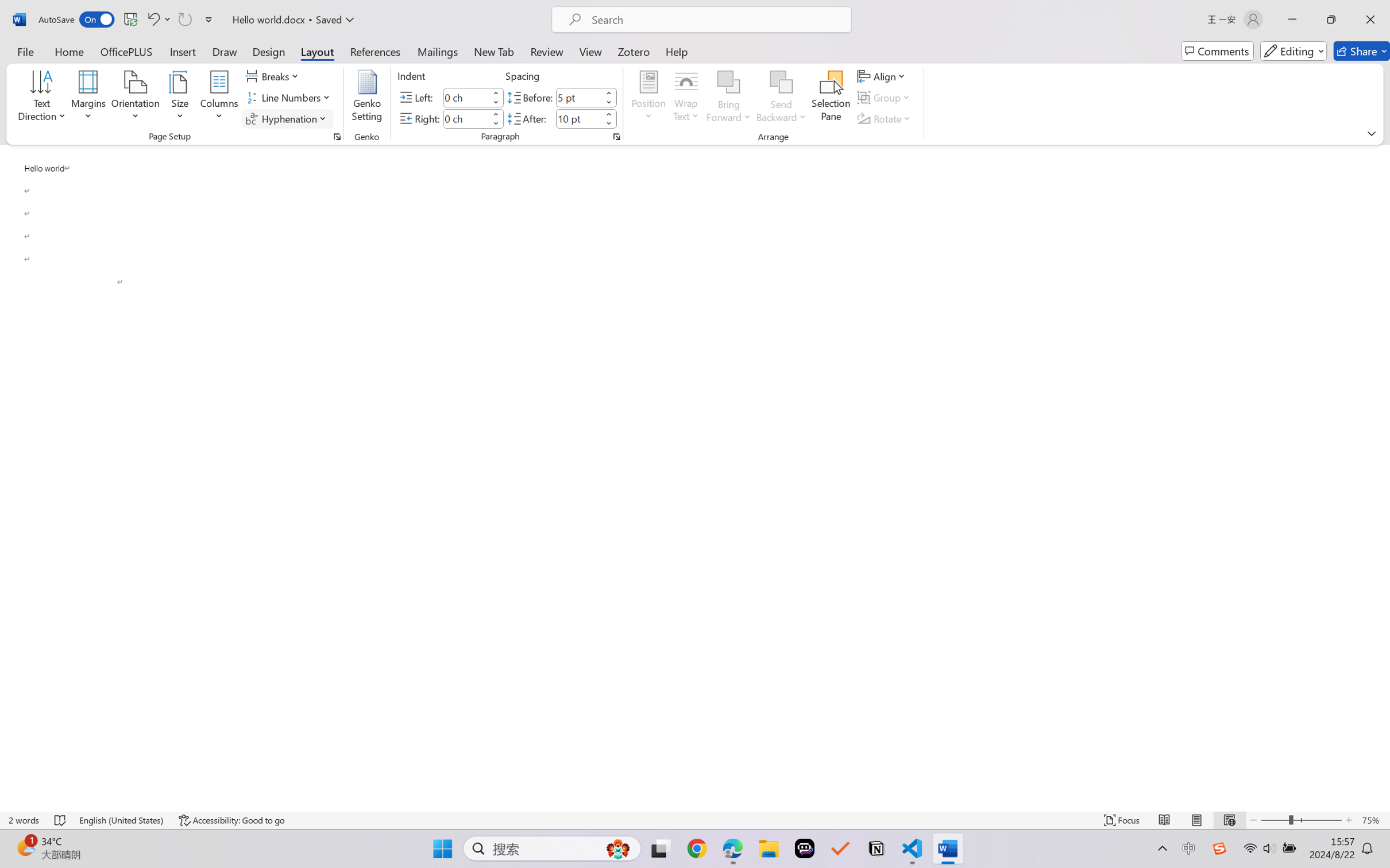  What do you see at coordinates (781, 98) in the screenshot?
I see `'Send Backward'` at bounding box center [781, 98].